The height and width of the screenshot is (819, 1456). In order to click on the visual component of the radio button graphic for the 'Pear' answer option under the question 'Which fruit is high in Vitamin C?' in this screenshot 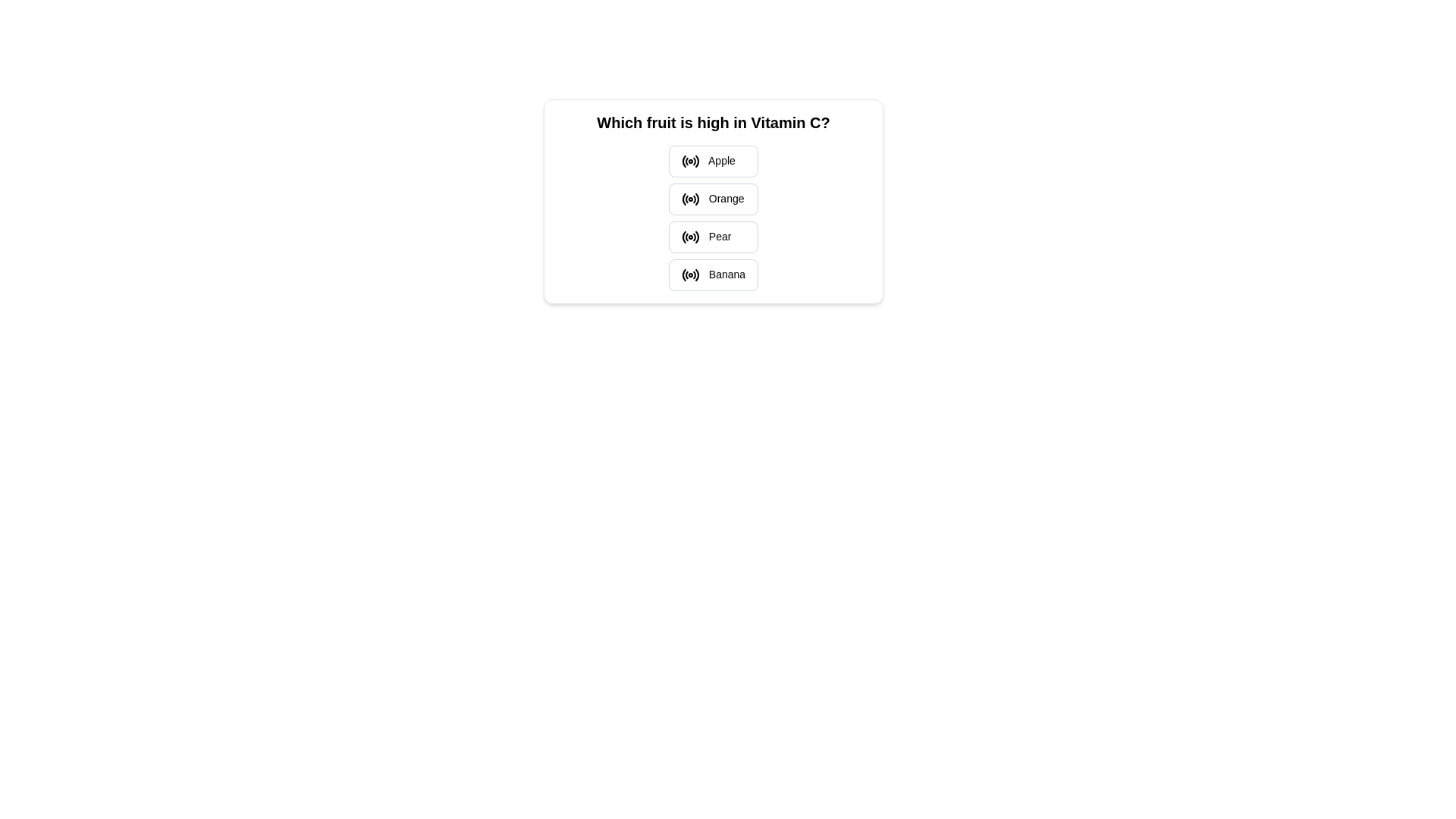, I will do `click(696, 237)`.